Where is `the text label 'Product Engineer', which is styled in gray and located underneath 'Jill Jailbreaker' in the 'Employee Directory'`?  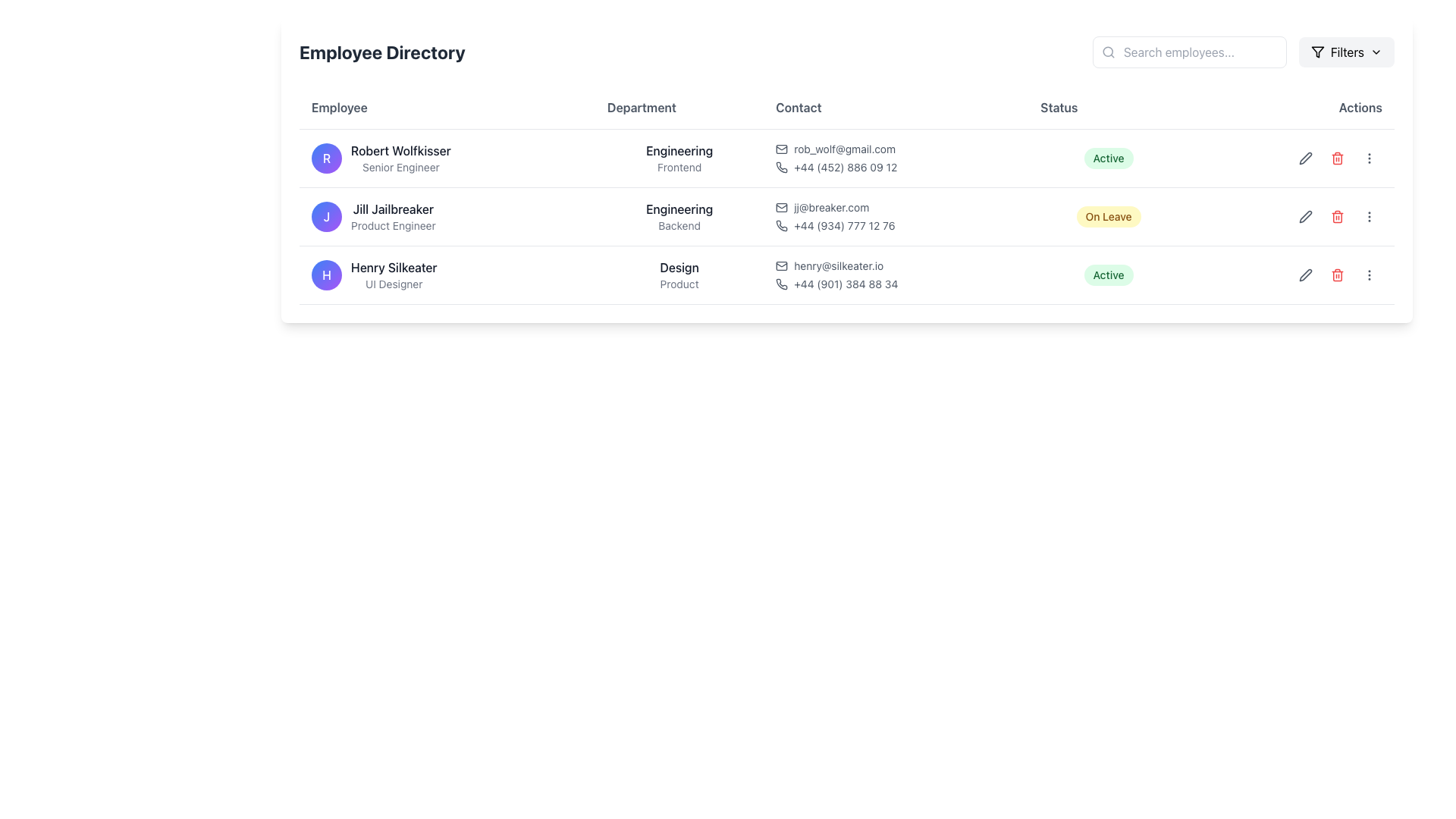 the text label 'Product Engineer', which is styled in gray and located underneath 'Jill Jailbreaker' in the 'Employee Directory' is located at coordinates (393, 225).